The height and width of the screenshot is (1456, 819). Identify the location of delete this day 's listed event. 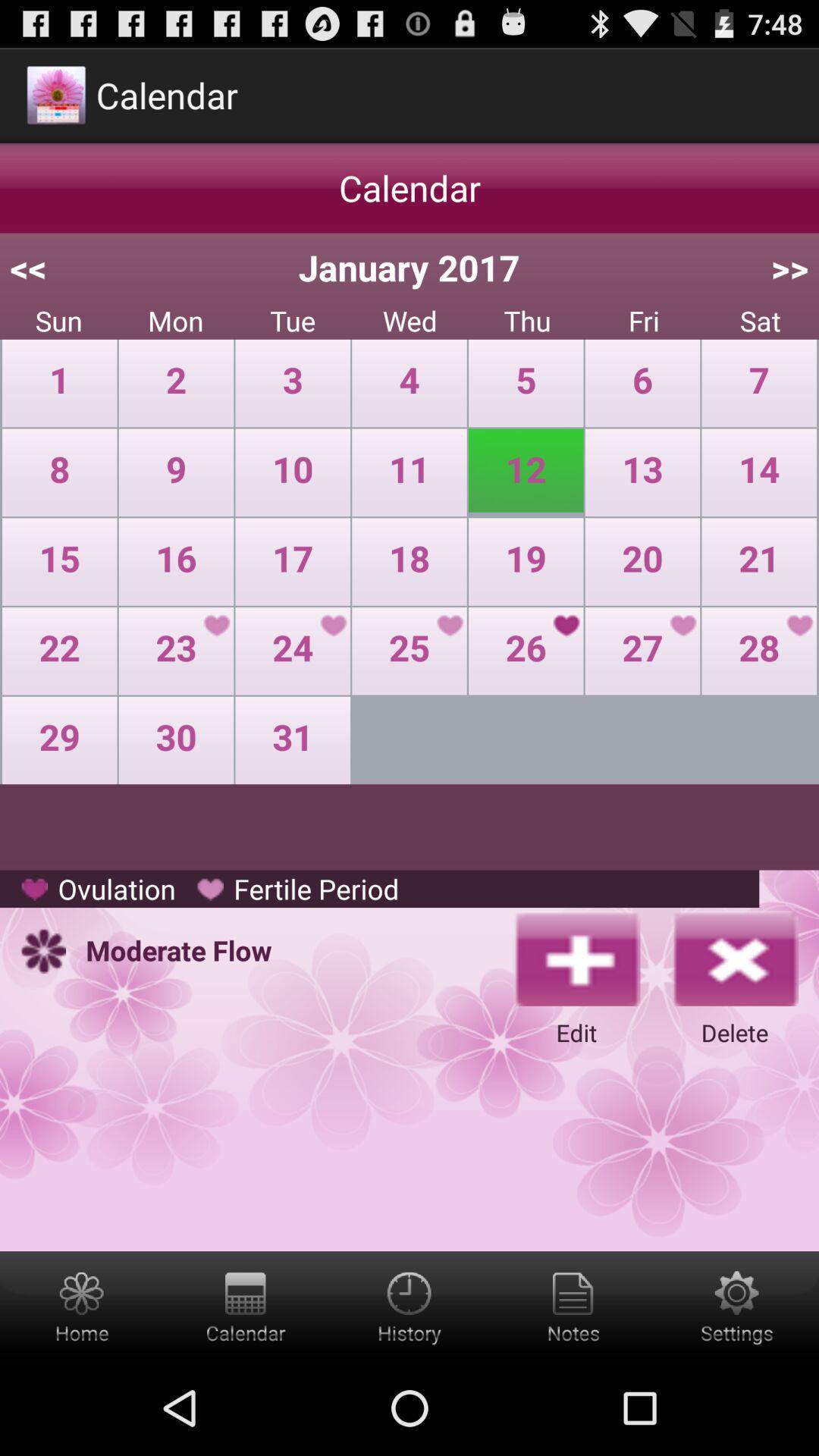
(733, 957).